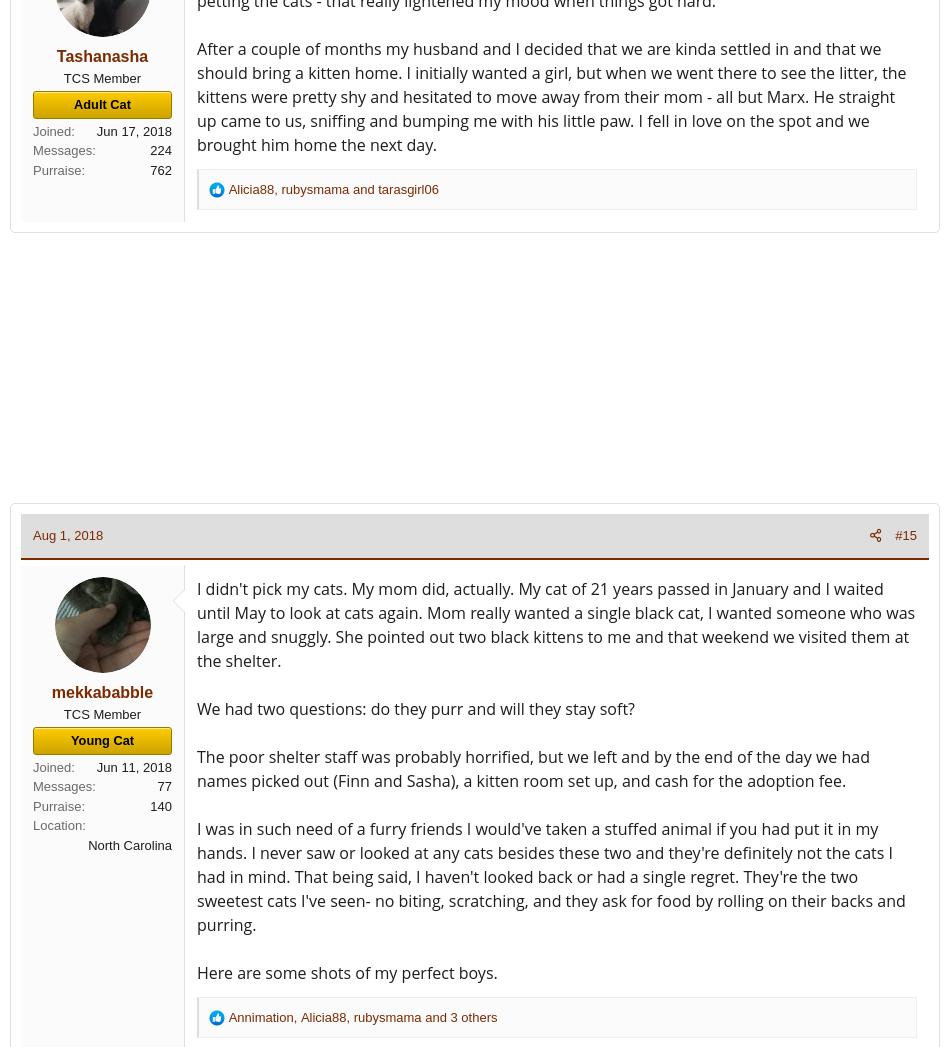  What do you see at coordinates (150, 169) in the screenshot?
I see `'762'` at bounding box center [150, 169].